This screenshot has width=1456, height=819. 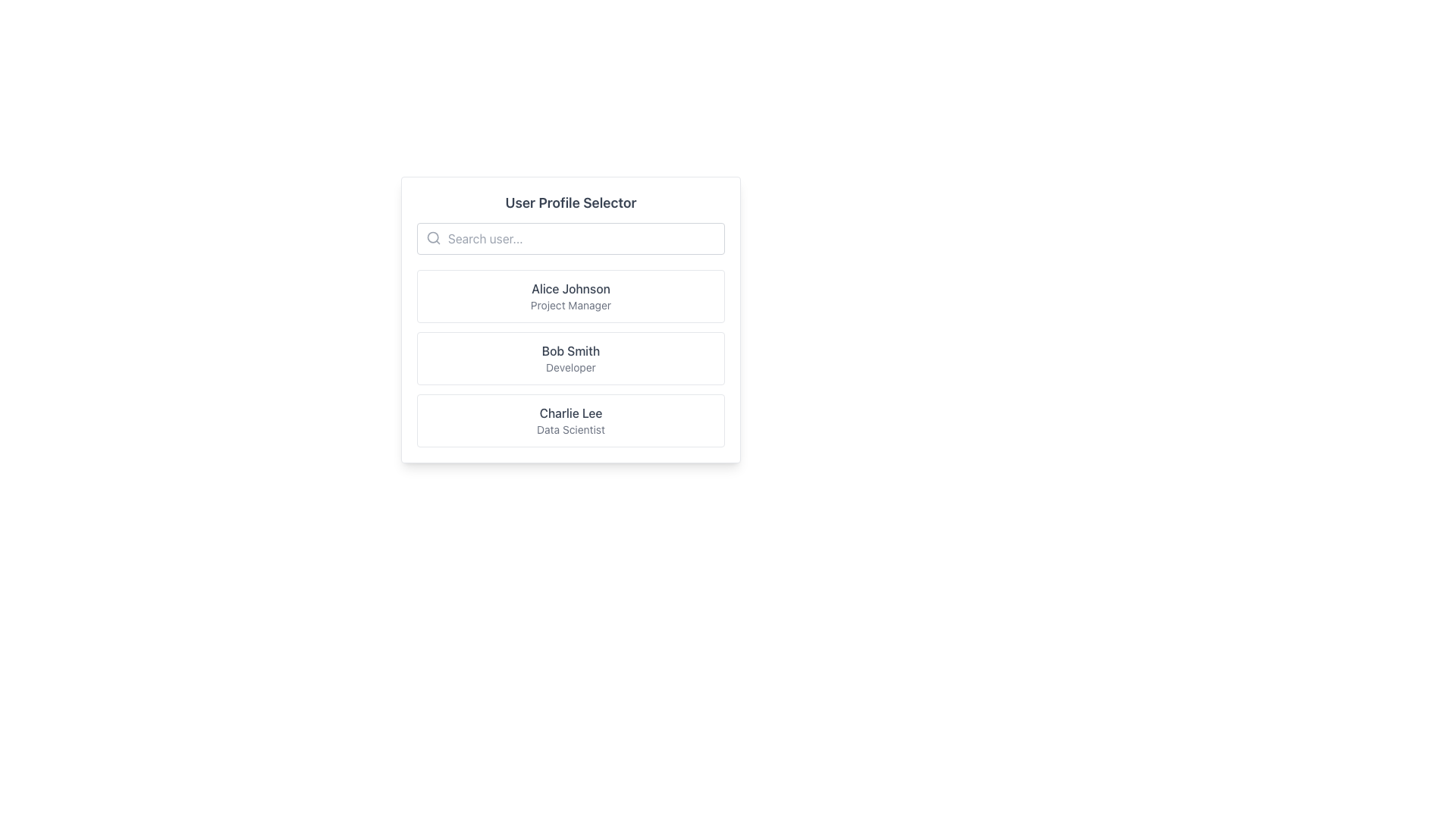 What do you see at coordinates (570, 359) in the screenshot?
I see `to select the user profile entry for 'Bob Smith, Developer' in the User Profile Selector list` at bounding box center [570, 359].